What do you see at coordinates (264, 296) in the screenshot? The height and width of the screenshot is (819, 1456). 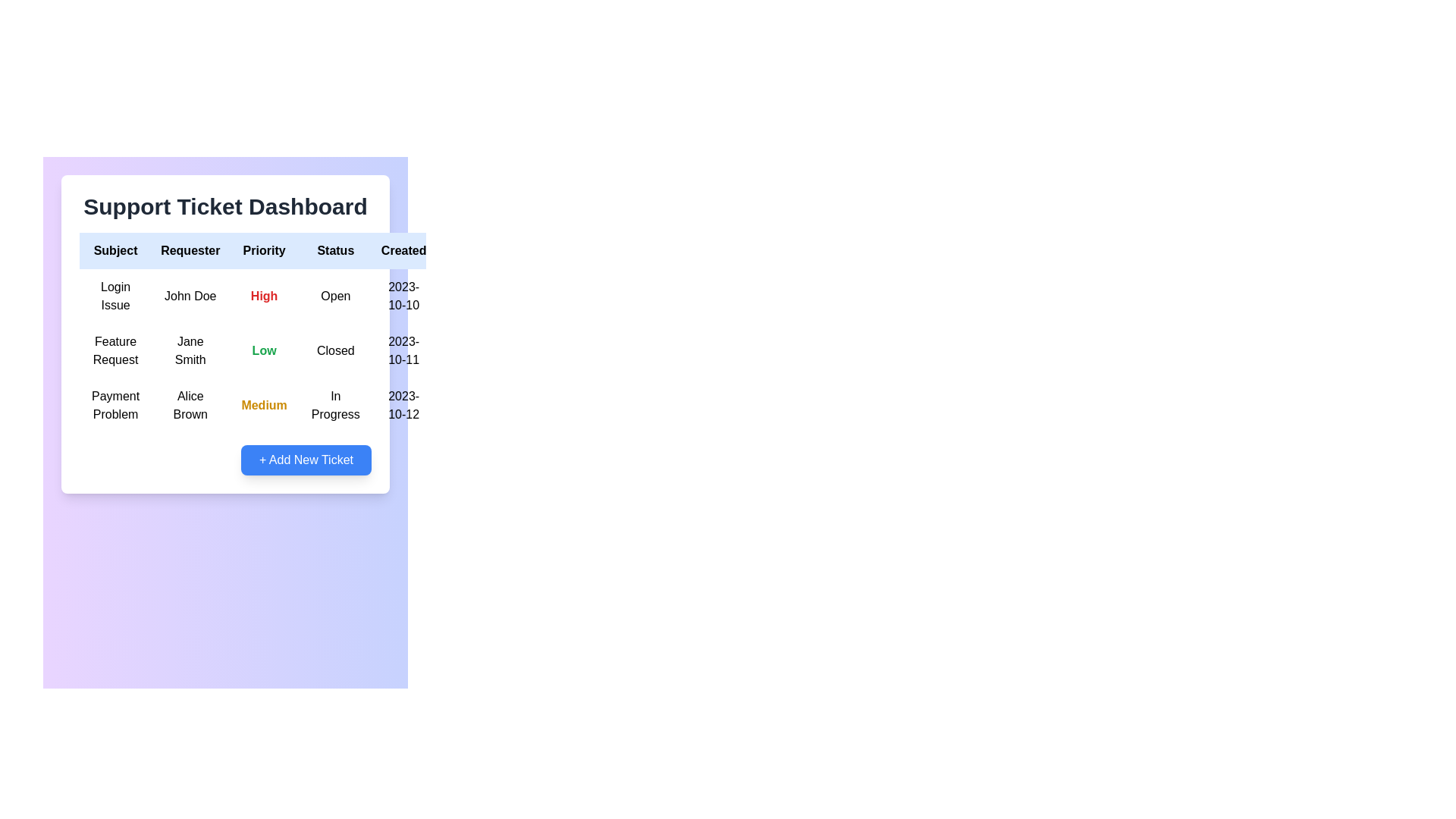 I see `text label displaying 'High' in bold red font, which indicates priority in the table row between 'John Doe' and 'Open'` at bounding box center [264, 296].